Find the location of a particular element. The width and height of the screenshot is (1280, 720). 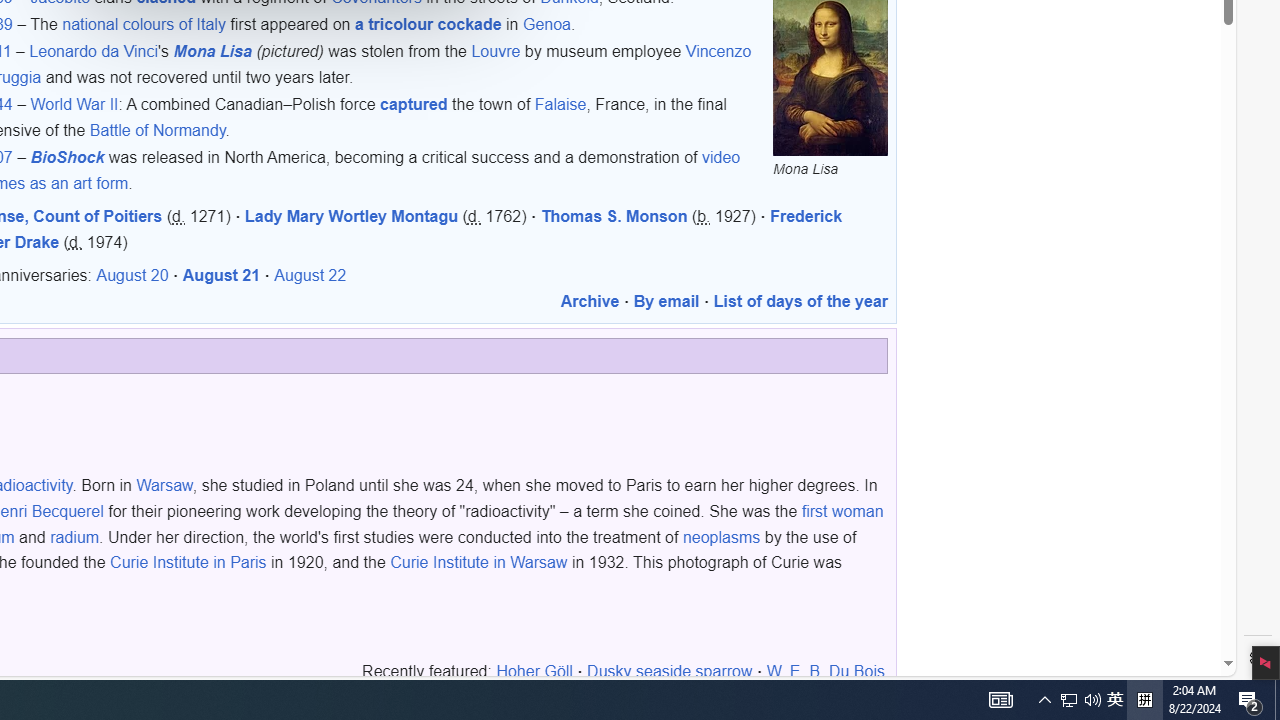

'List of days of the year' is located at coordinates (800, 302).